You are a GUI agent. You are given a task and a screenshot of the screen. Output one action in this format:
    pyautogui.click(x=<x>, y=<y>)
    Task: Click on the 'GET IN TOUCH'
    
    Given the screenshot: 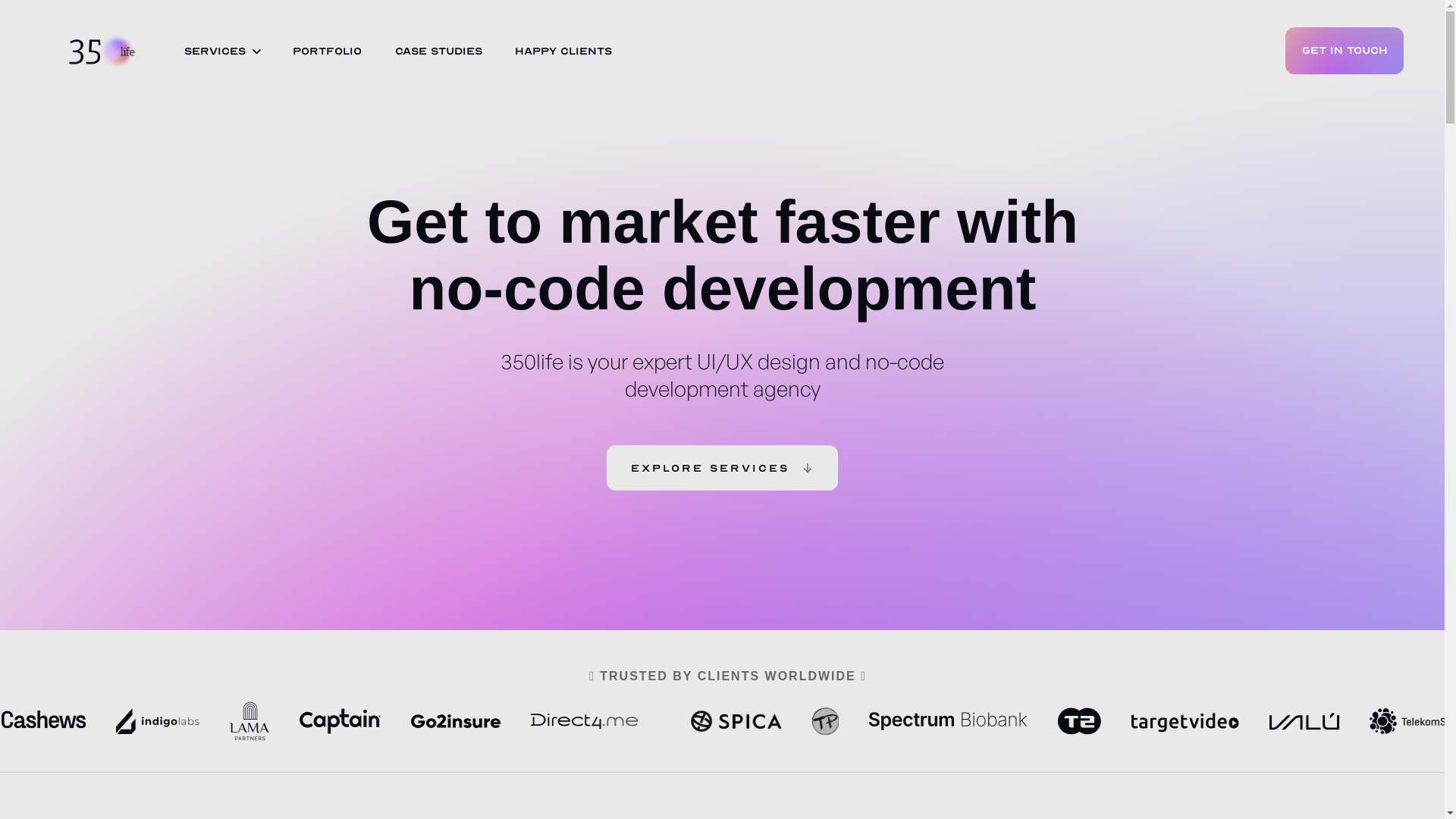 What is the action you would take?
    pyautogui.click(x=1344, y=49)
    